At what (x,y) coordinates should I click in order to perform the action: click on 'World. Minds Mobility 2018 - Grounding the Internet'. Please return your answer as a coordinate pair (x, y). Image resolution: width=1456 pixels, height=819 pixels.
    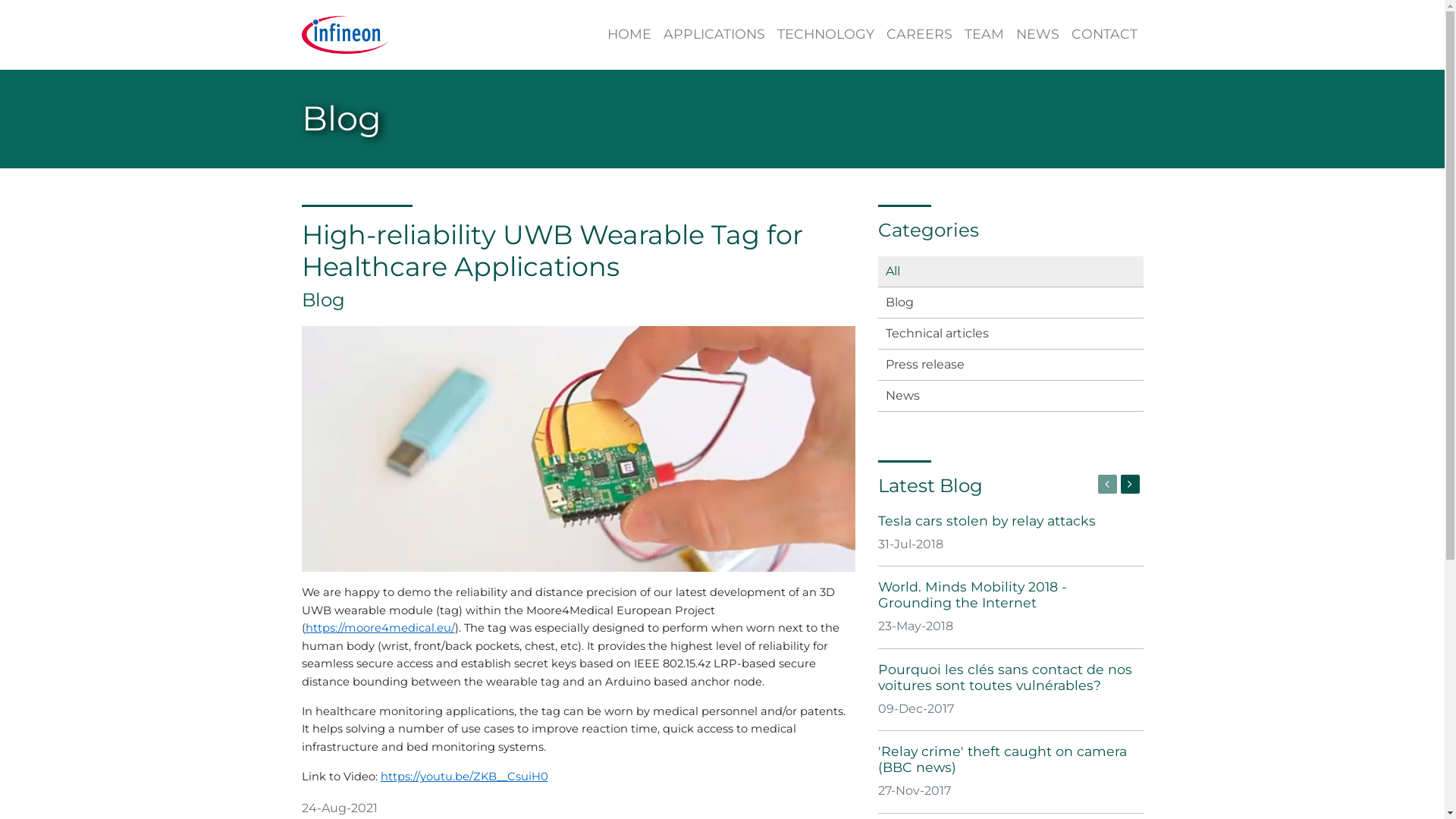
    Looking at the image, I should click on (877, 593).